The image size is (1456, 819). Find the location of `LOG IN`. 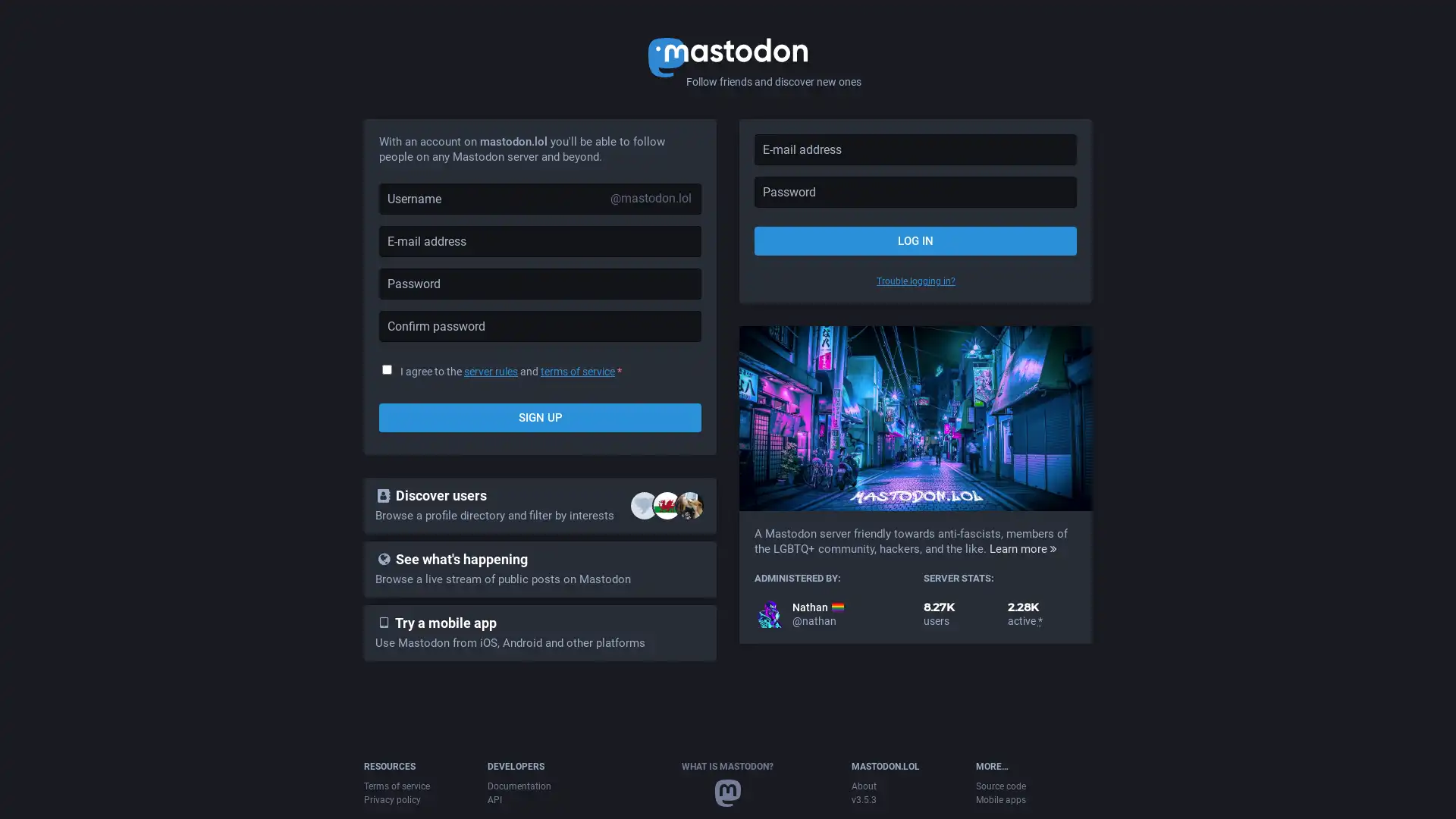

LOG IN is located at coordinates (915, 240).